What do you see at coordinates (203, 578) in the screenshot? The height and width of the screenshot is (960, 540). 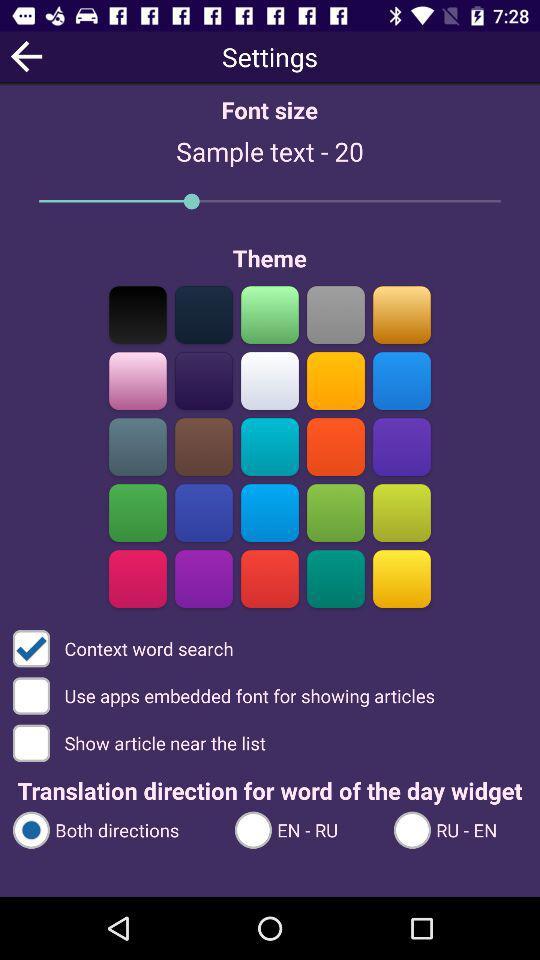 I see `theme color` at bounding box center [203, 578].